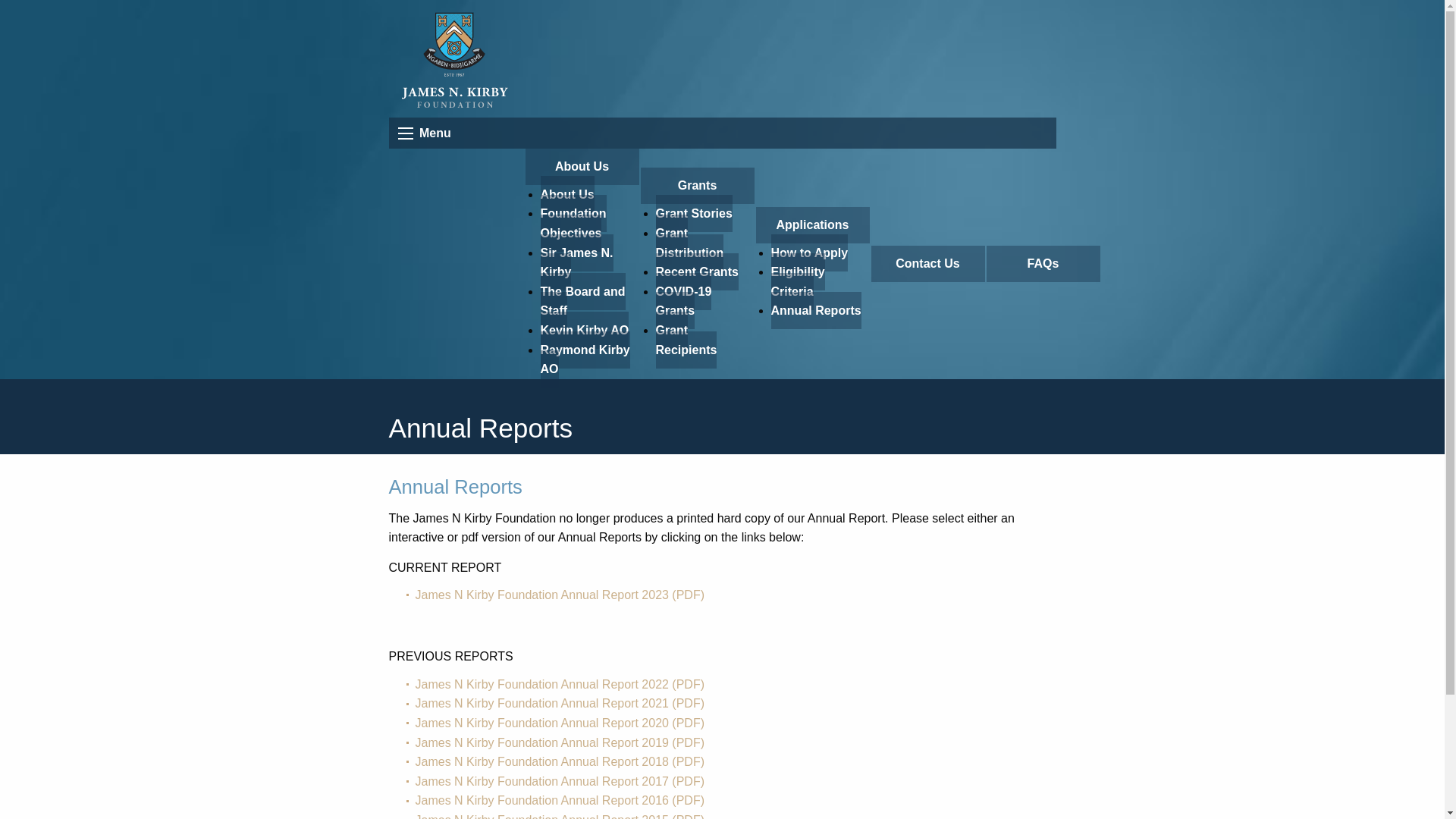 The image size is (1456, 819). Describe the element at coordinates (583, 329) in the screenshot. I see `'Kevin Kirby AO'` at that location.